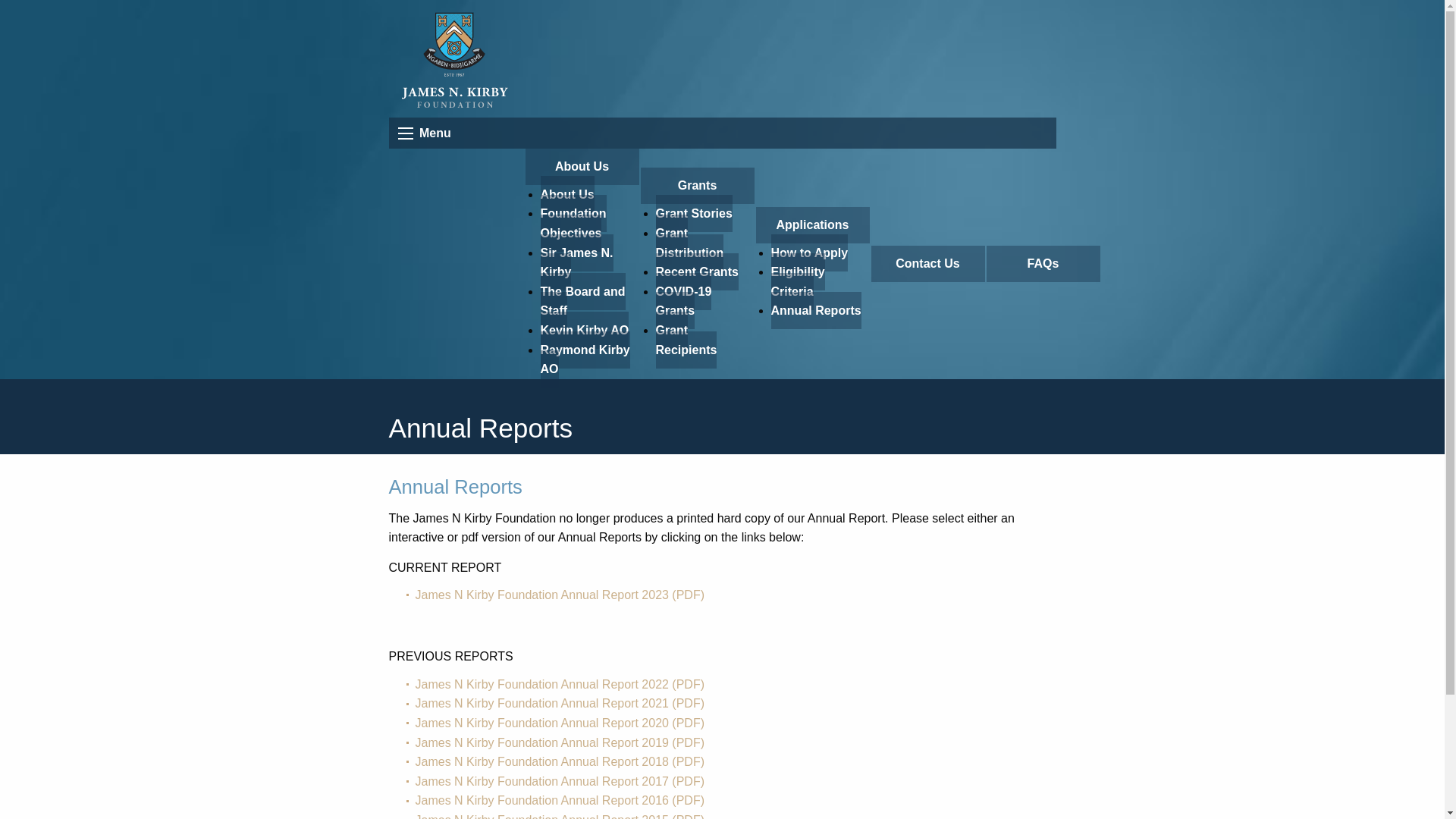 The image size is (1456, 819). Describe the element at coordinates (583, 329) in the screenshot. I see `'Kevin Kirby AO'` at that location.